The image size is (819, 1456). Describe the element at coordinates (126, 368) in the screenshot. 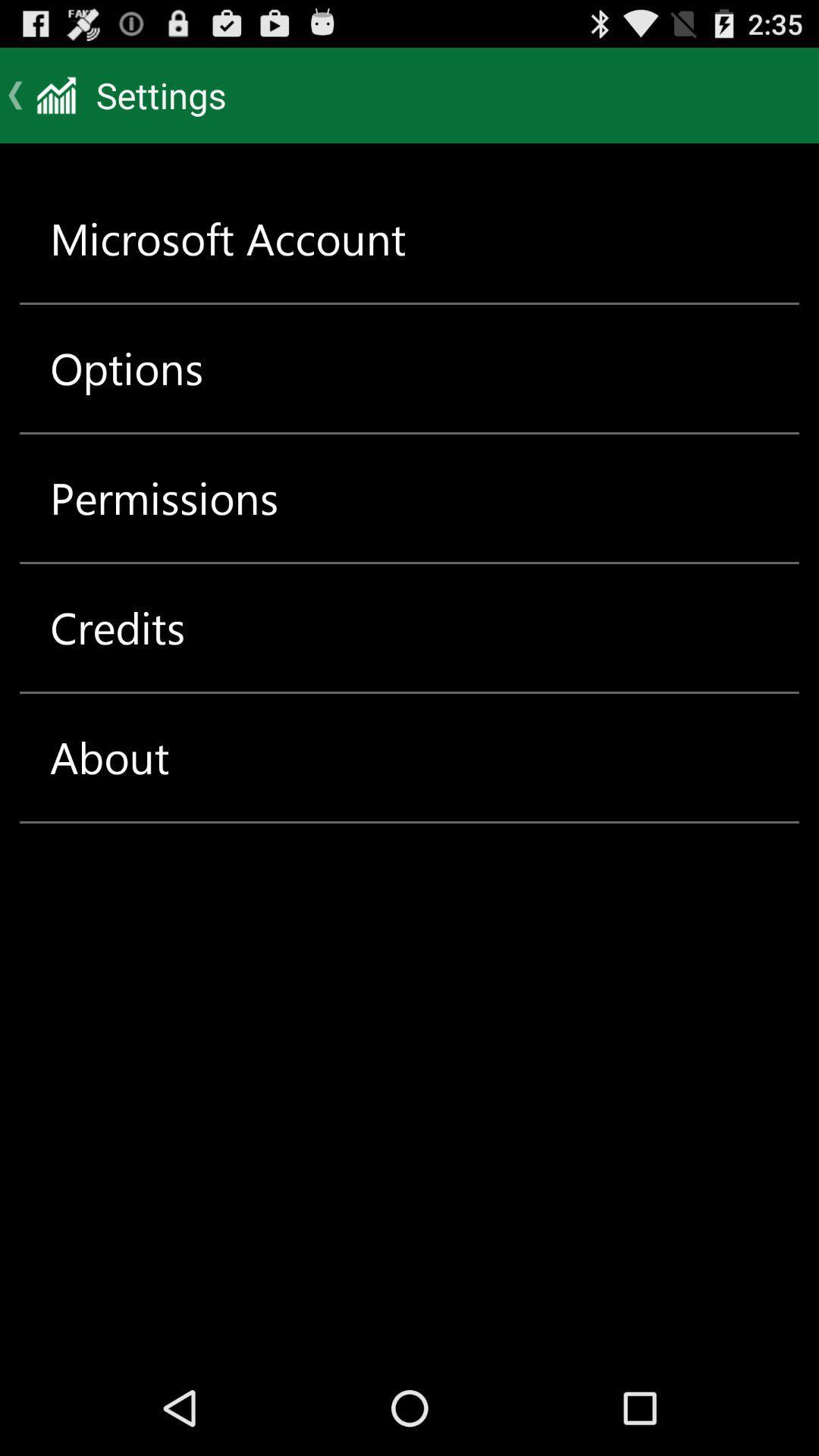

I see `item below microsoft account icon` at that location.